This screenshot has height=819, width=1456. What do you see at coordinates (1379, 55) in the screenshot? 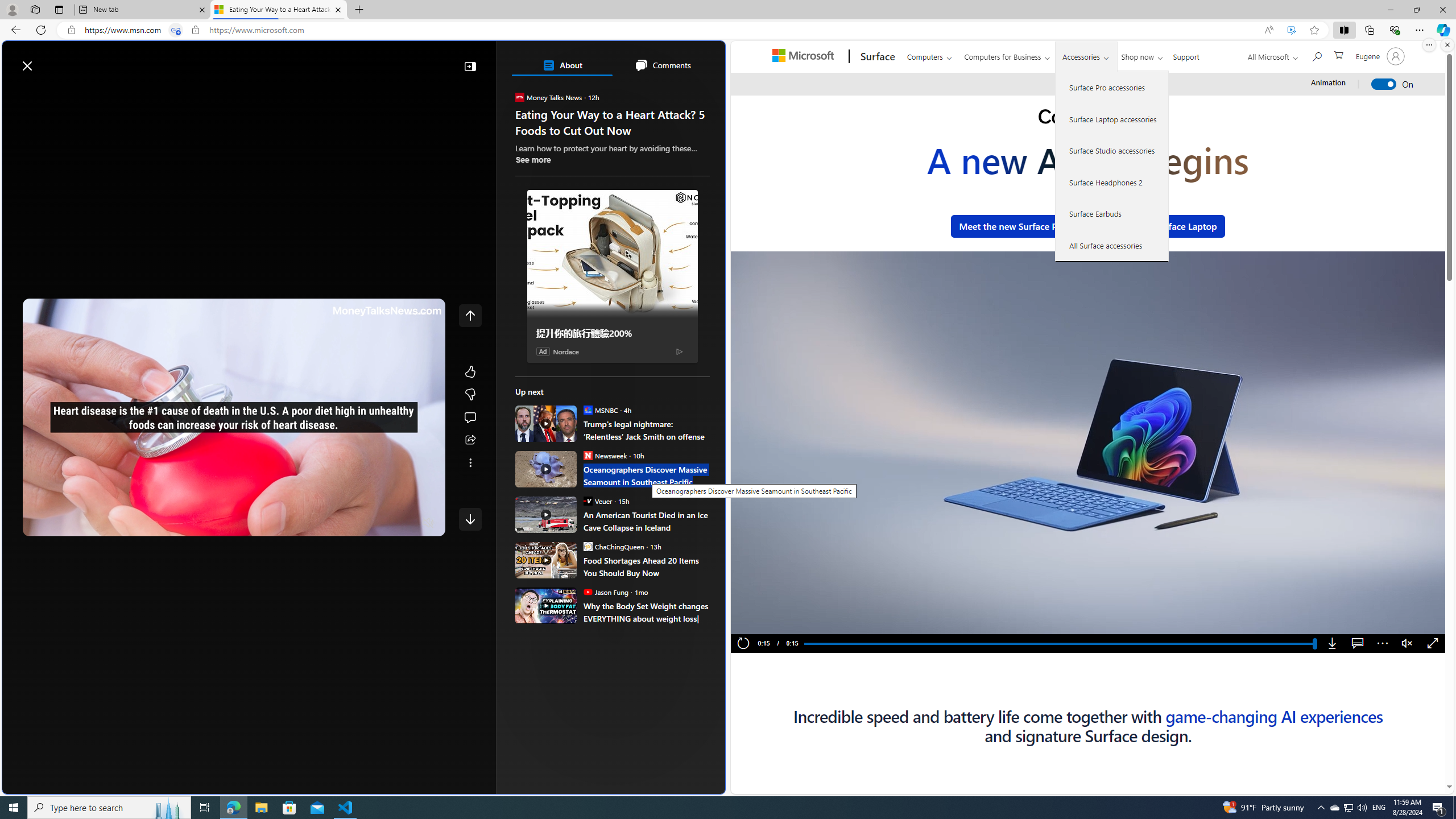
I see `'Account manager for Eugene'` at bounding box center [1379, 55].